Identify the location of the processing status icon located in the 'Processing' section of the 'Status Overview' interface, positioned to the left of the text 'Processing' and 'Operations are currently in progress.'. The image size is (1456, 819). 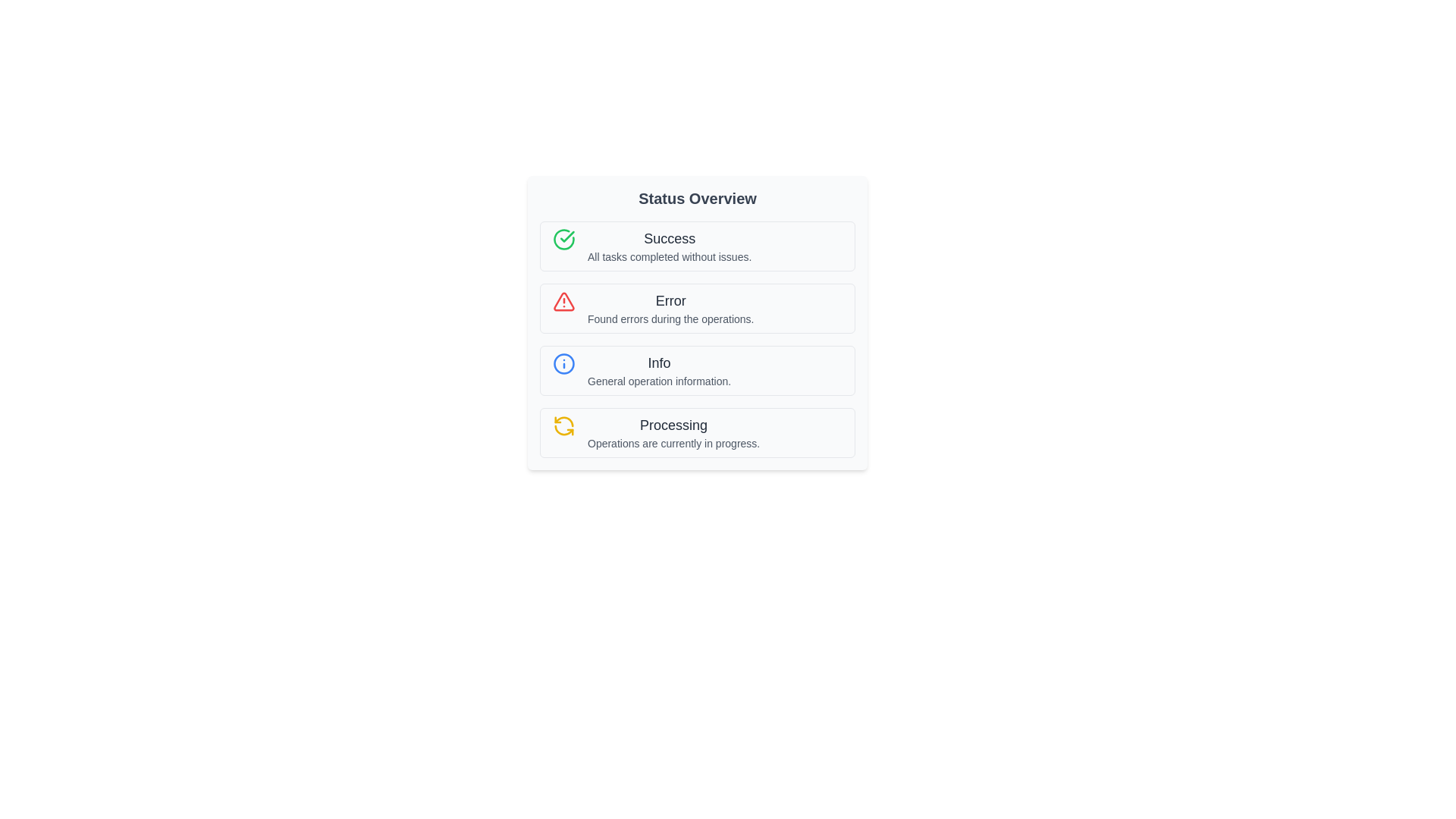
(563, 426).